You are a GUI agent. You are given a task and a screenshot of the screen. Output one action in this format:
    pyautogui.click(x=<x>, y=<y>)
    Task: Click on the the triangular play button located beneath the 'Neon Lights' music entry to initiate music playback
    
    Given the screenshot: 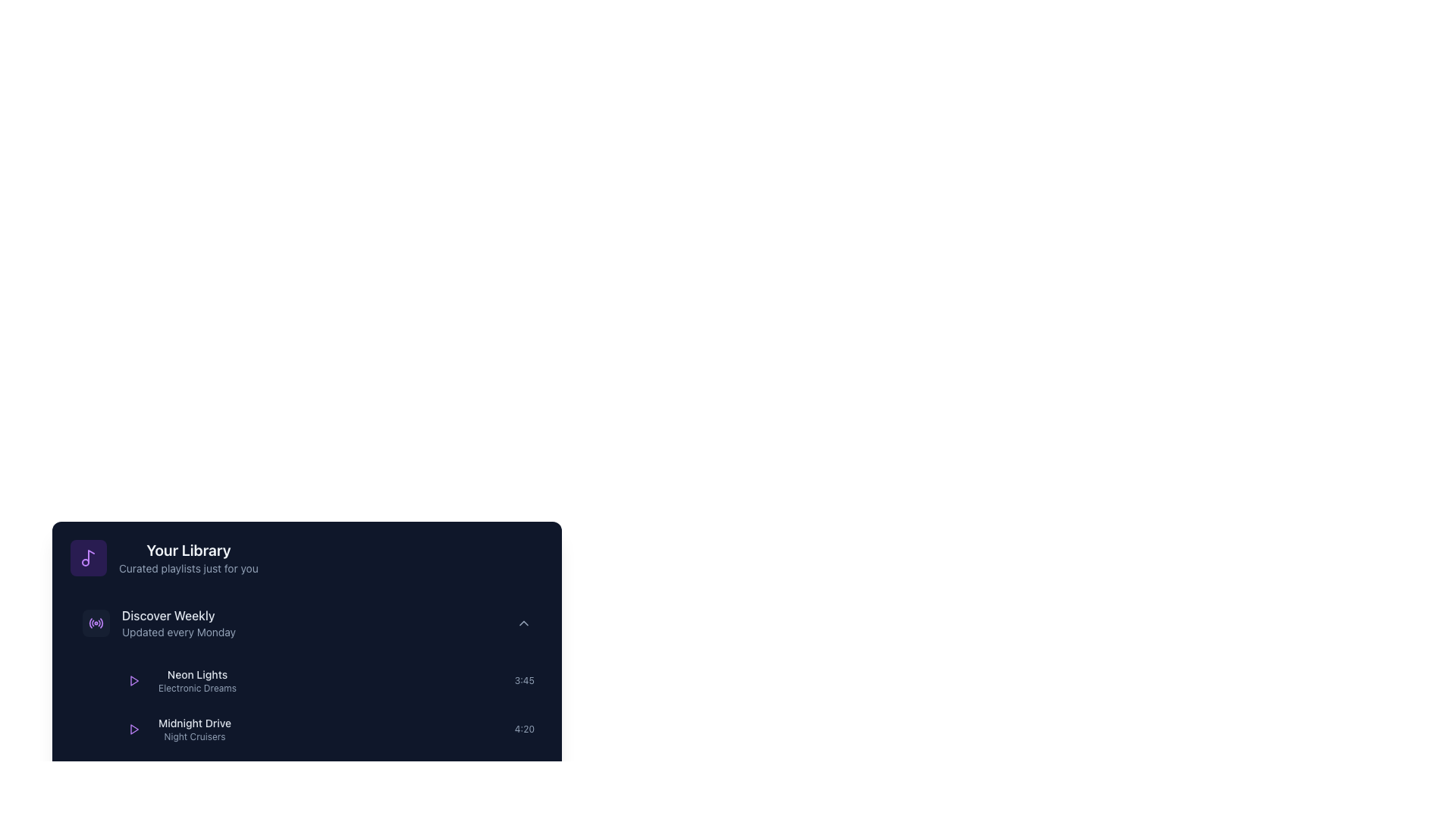 What is the action you would take?
    pyautogui.click(x=134, y=680)
    